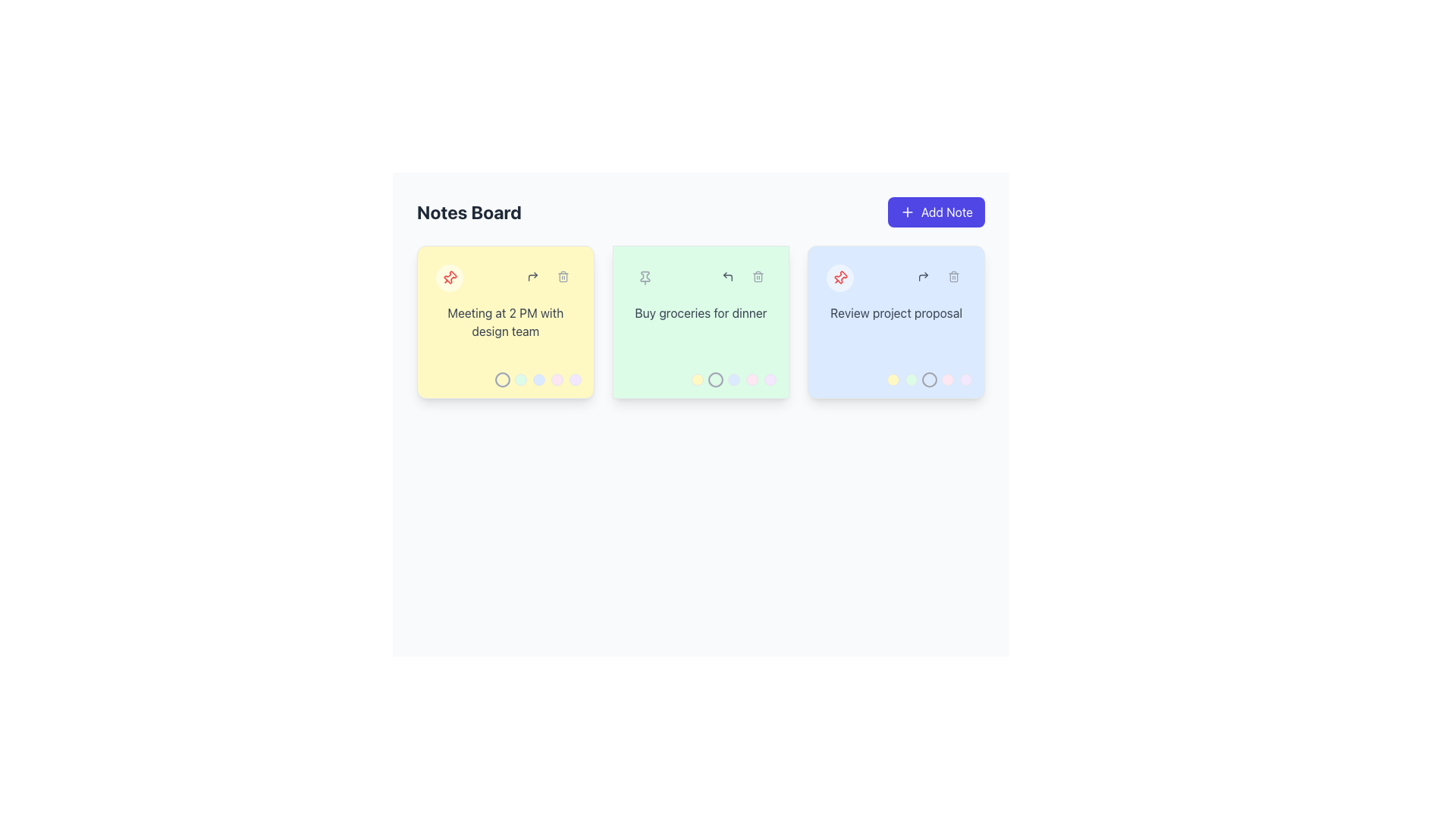  I want to click on the delete icon button located in the top right corner of the yellow card titled 'Meeting at 2 PM with design team', so click(562, 277).